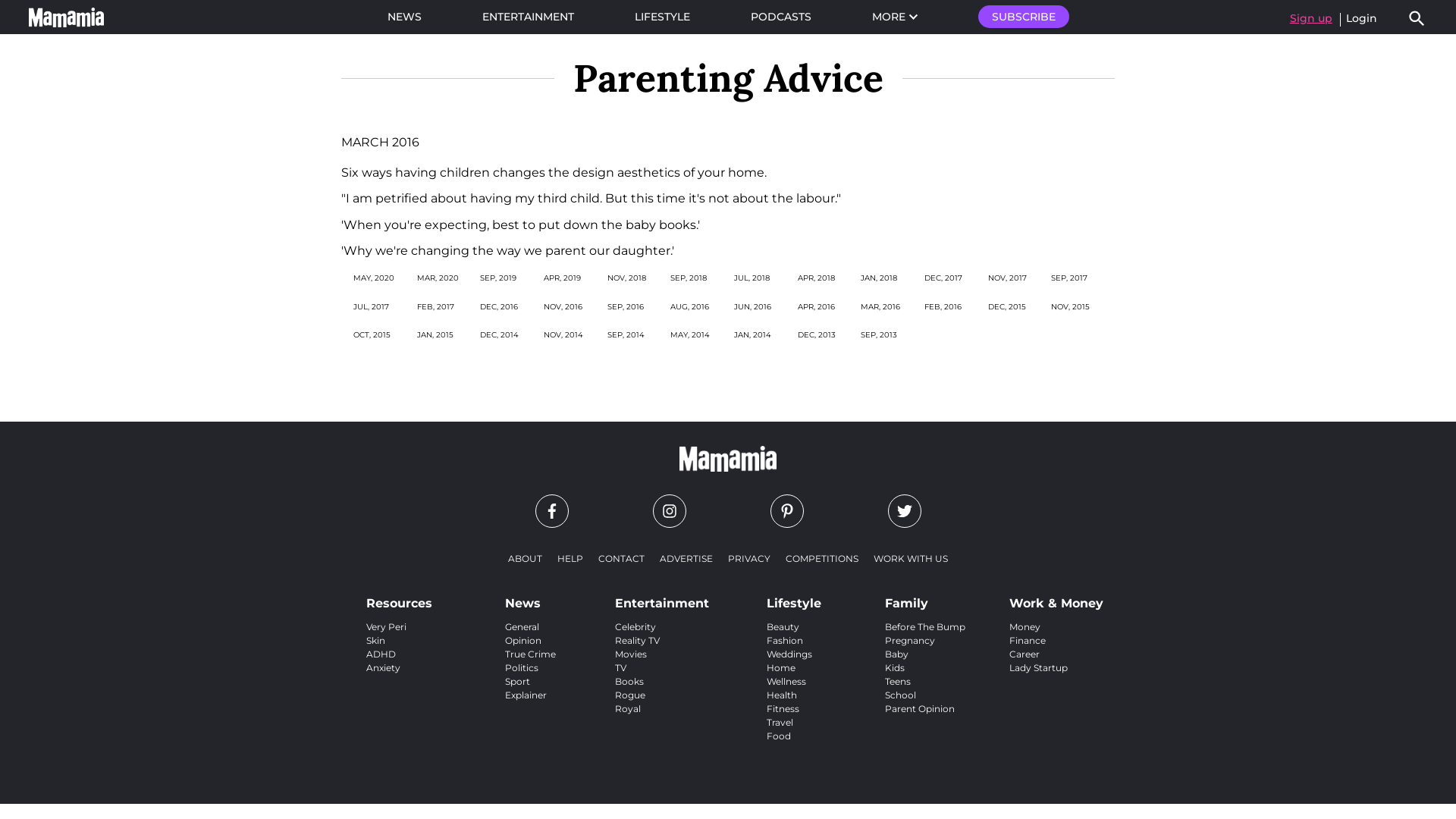 The image size is (1456, 819). What do you see at coordinates (526, 695) in the screenshot?
I see `'Explainer'` at bounding box center [526, 695].